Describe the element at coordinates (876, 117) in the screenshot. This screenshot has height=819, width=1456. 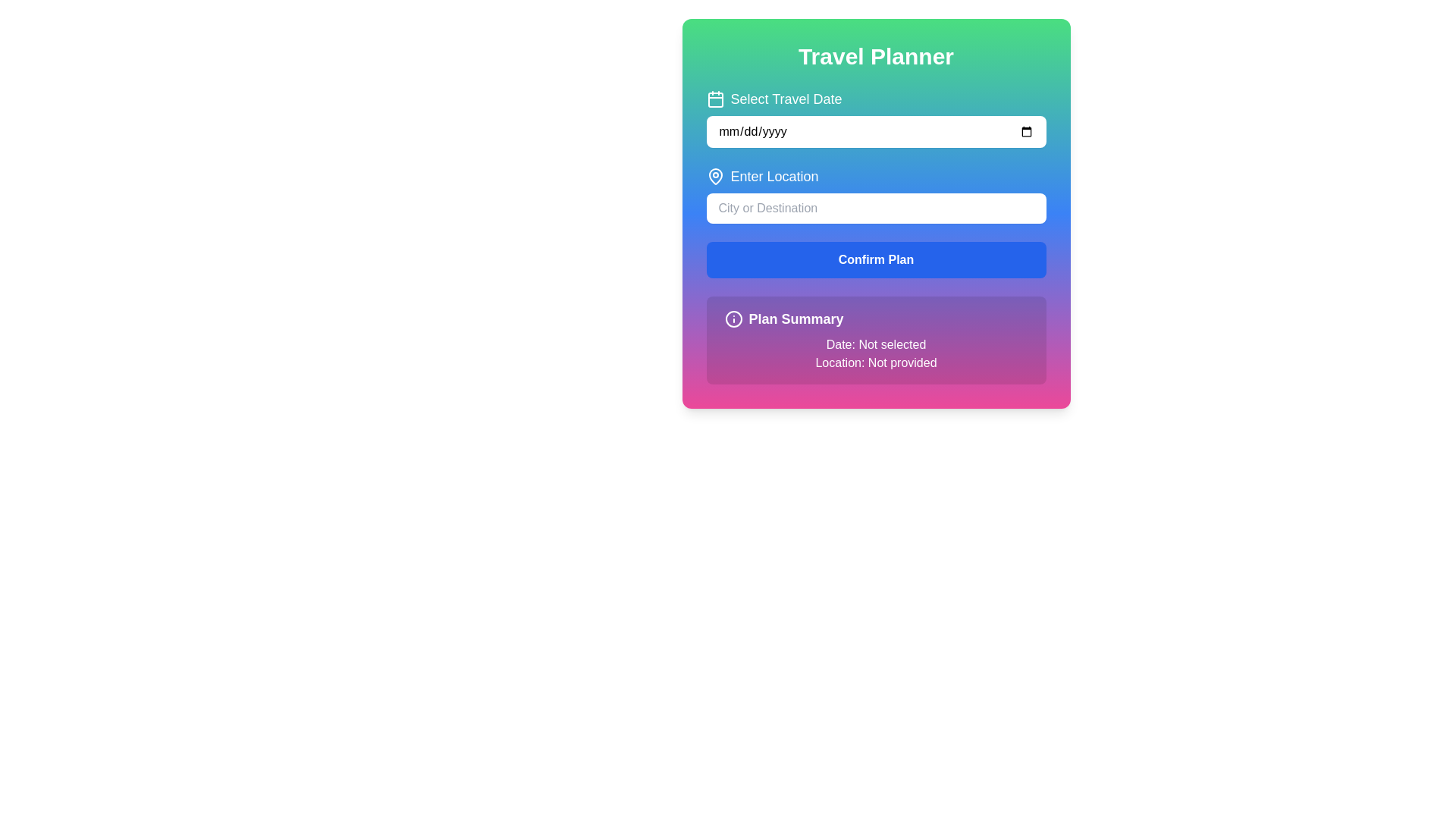
I see `the calendar icon next to the 'Select Travel Date' input field` at that location.